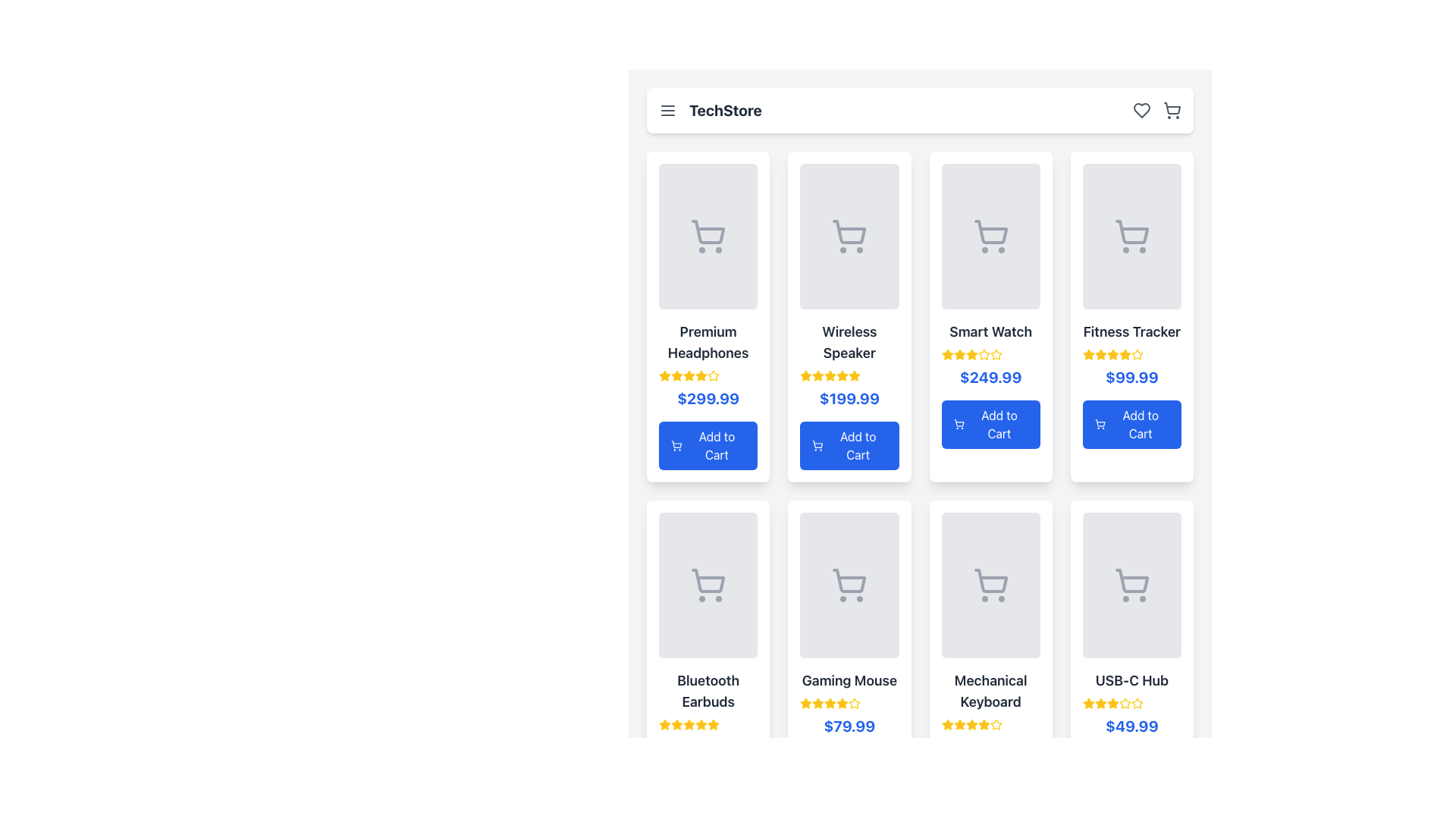 The width and height of the screenshot is (1456, 819). I want to click on the last star icon in the five-star rating system, which is yellow and positioned to the far-right below the 'Bluetooth Earbuds' item, so click(712, 724).